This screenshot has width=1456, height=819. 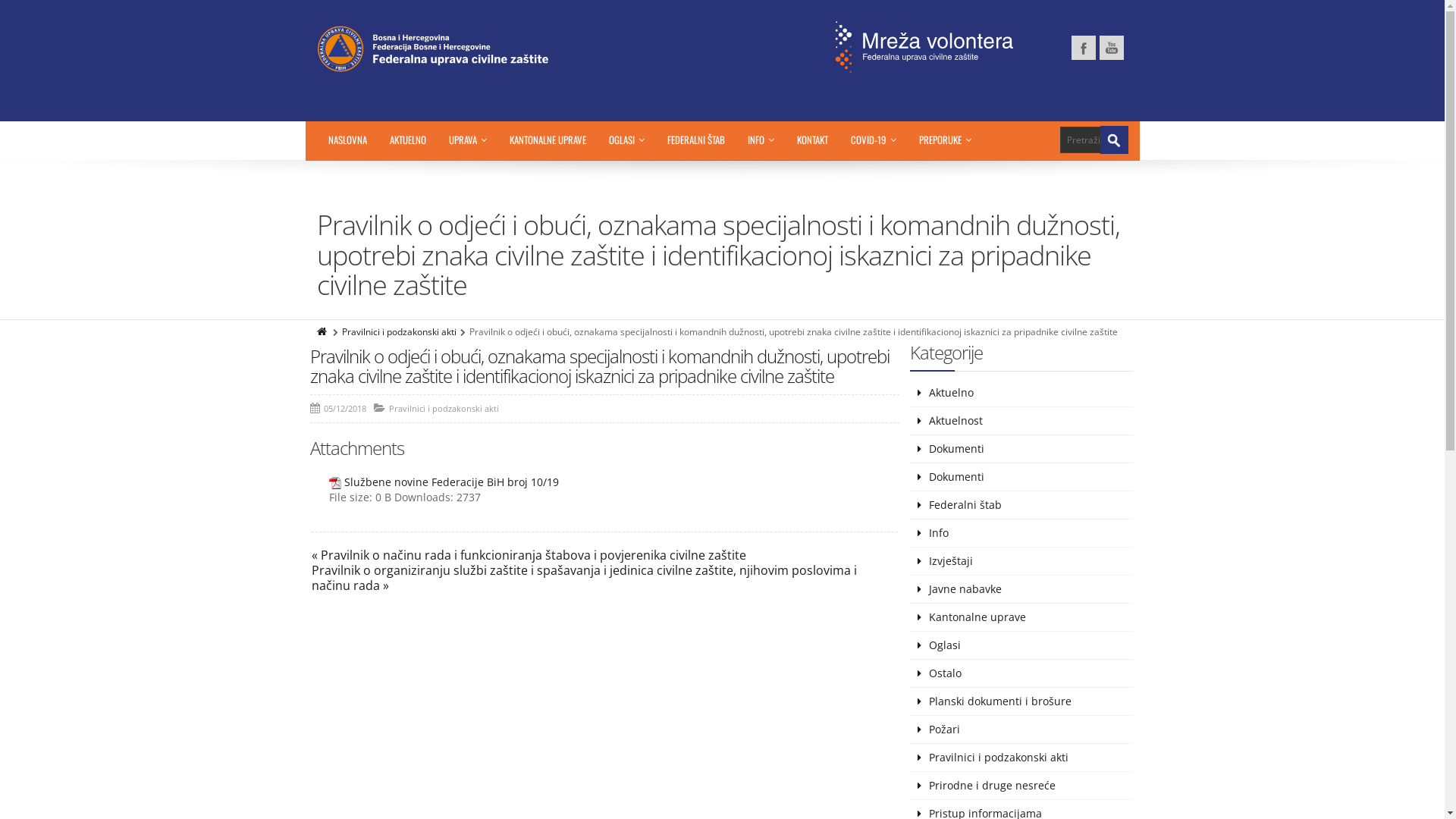 What do you see at coordinates (398, 331) in the screenshot?
I see `'Pravilnici i podzakonski akti'` at bounding box center [398, 331].